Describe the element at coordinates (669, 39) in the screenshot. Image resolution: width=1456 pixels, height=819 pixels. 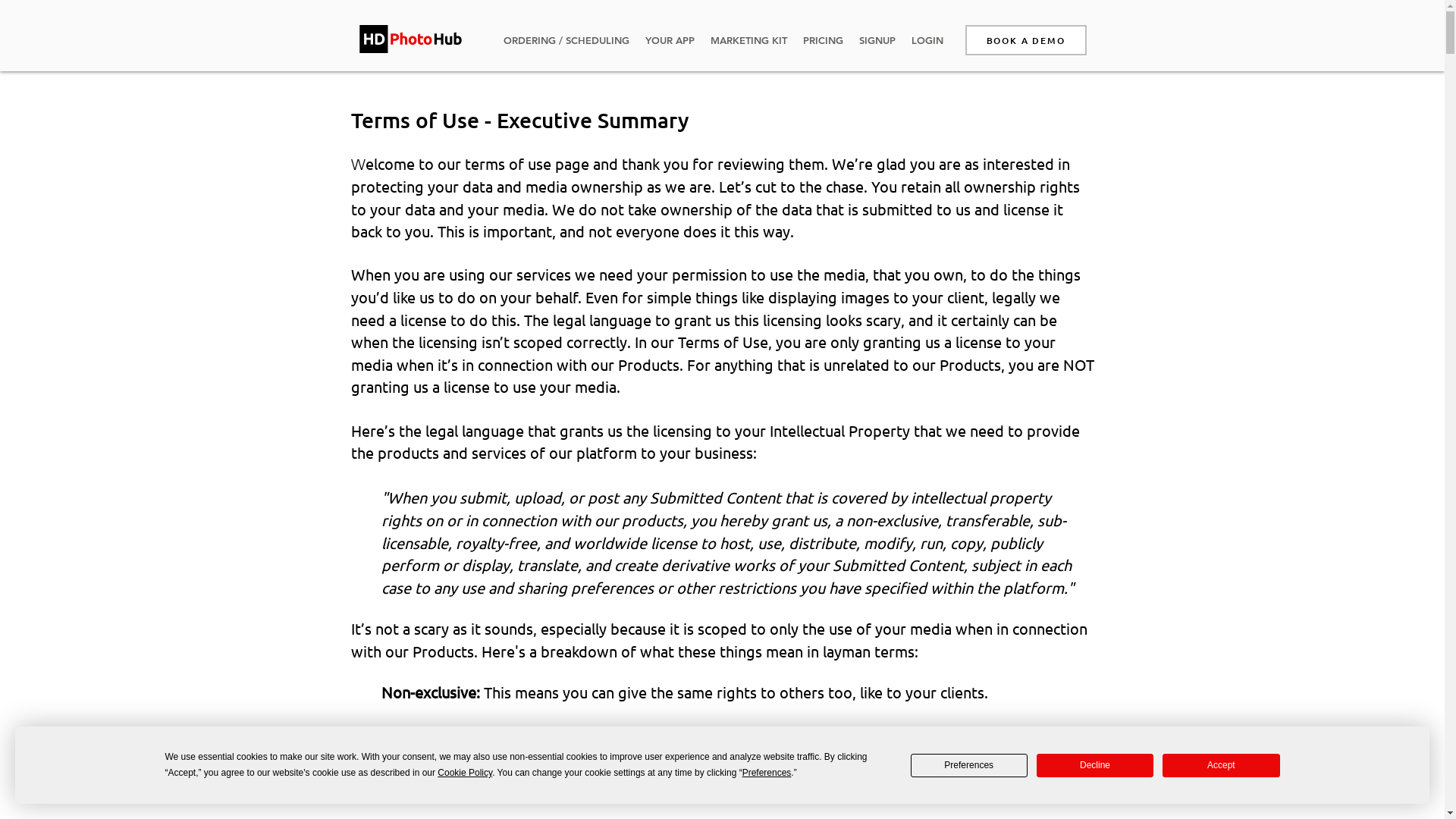
I see `'YOUR APP'` at that location.